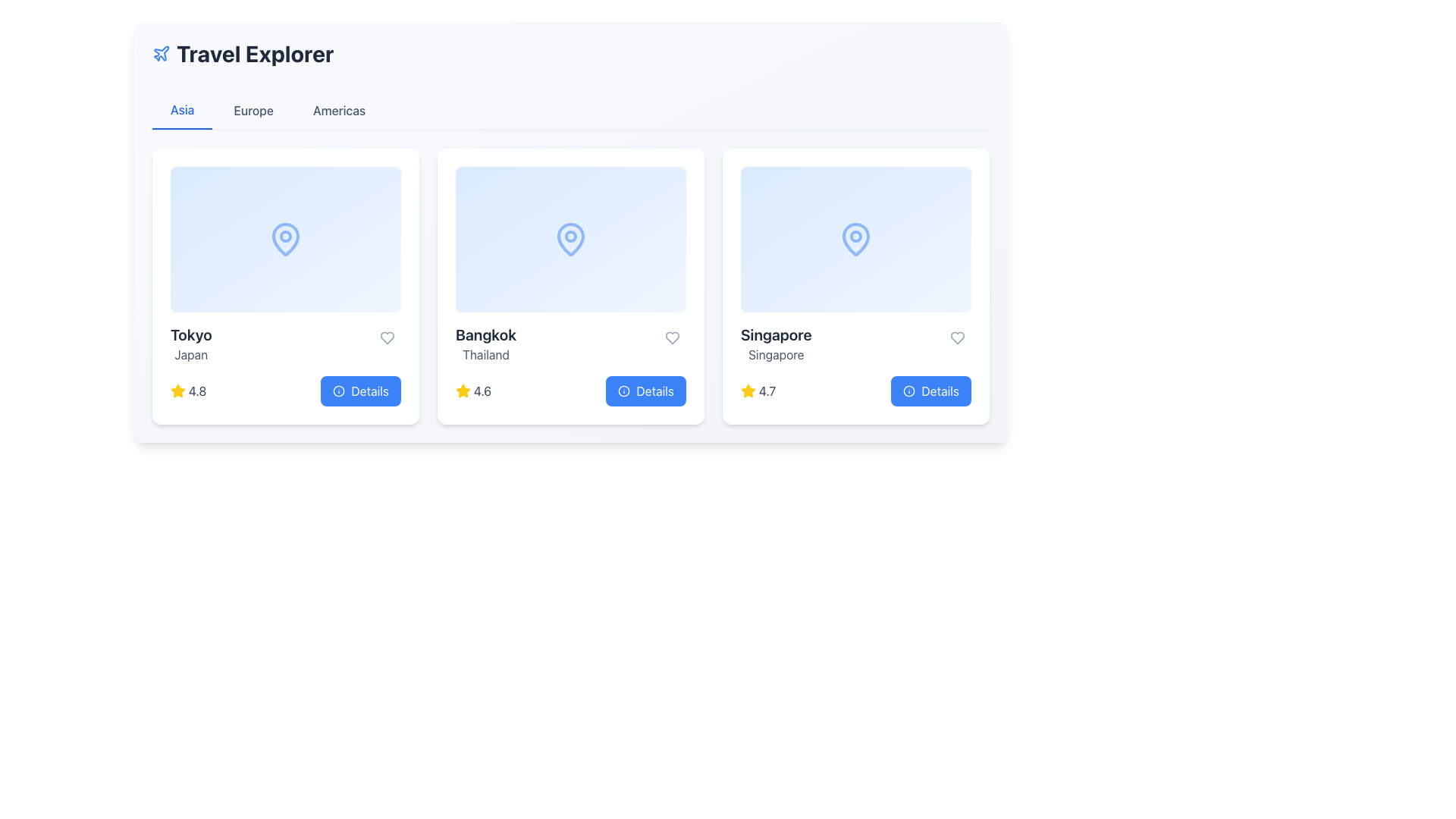 Image resolution: width=1456 pixels, height=819 pixels. Describe the element at coordinates (570, 239) in the screenshot. I see `the decorative location pin icon representing 'Bangkok', Thailand, located in the upper center of the card` at that location.